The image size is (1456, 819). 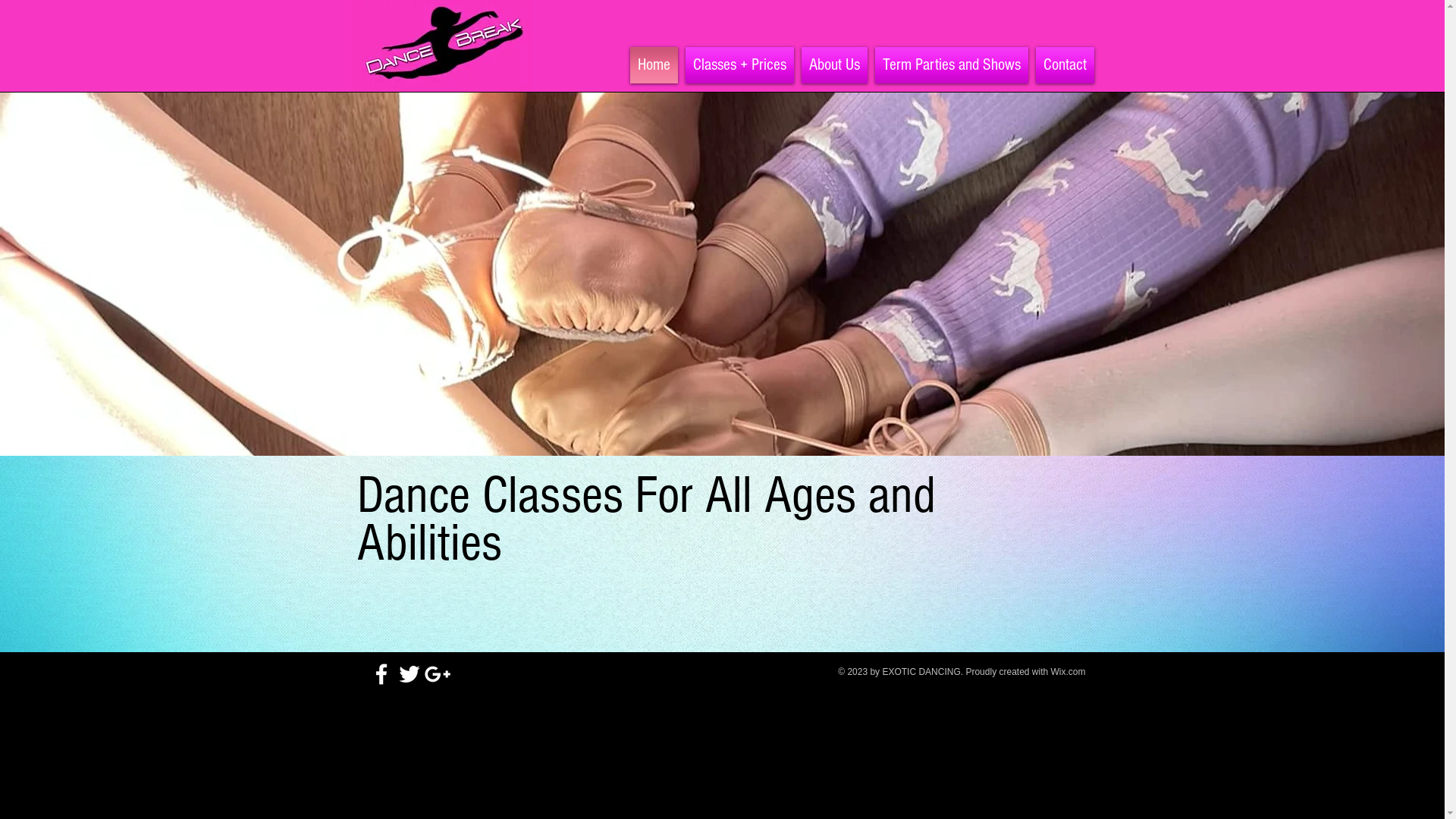 I want to click on 'About Us', so click(x=833, y=64).